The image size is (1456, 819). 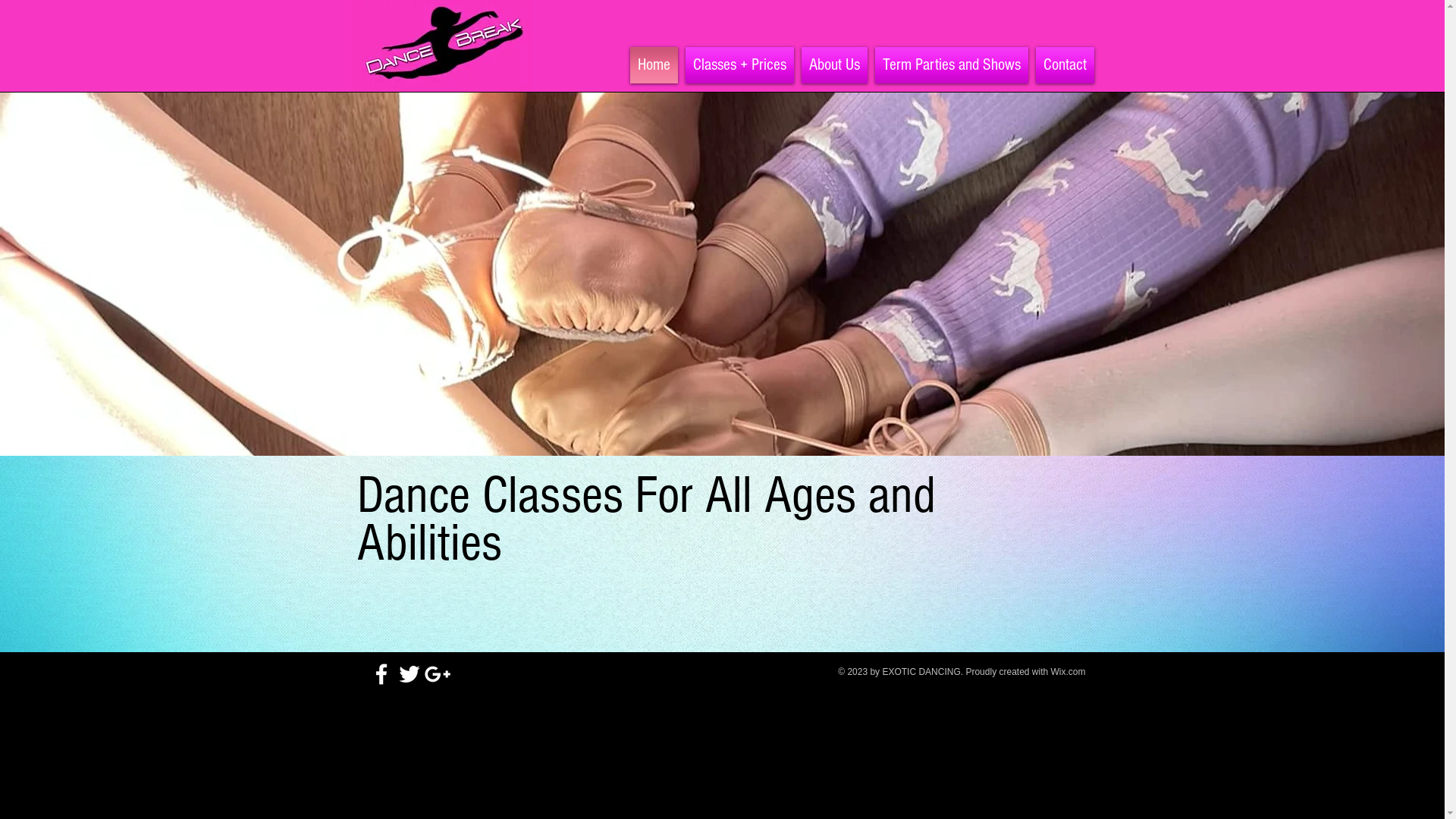 I want to click on 'About Us', so click(x=833, y=64).